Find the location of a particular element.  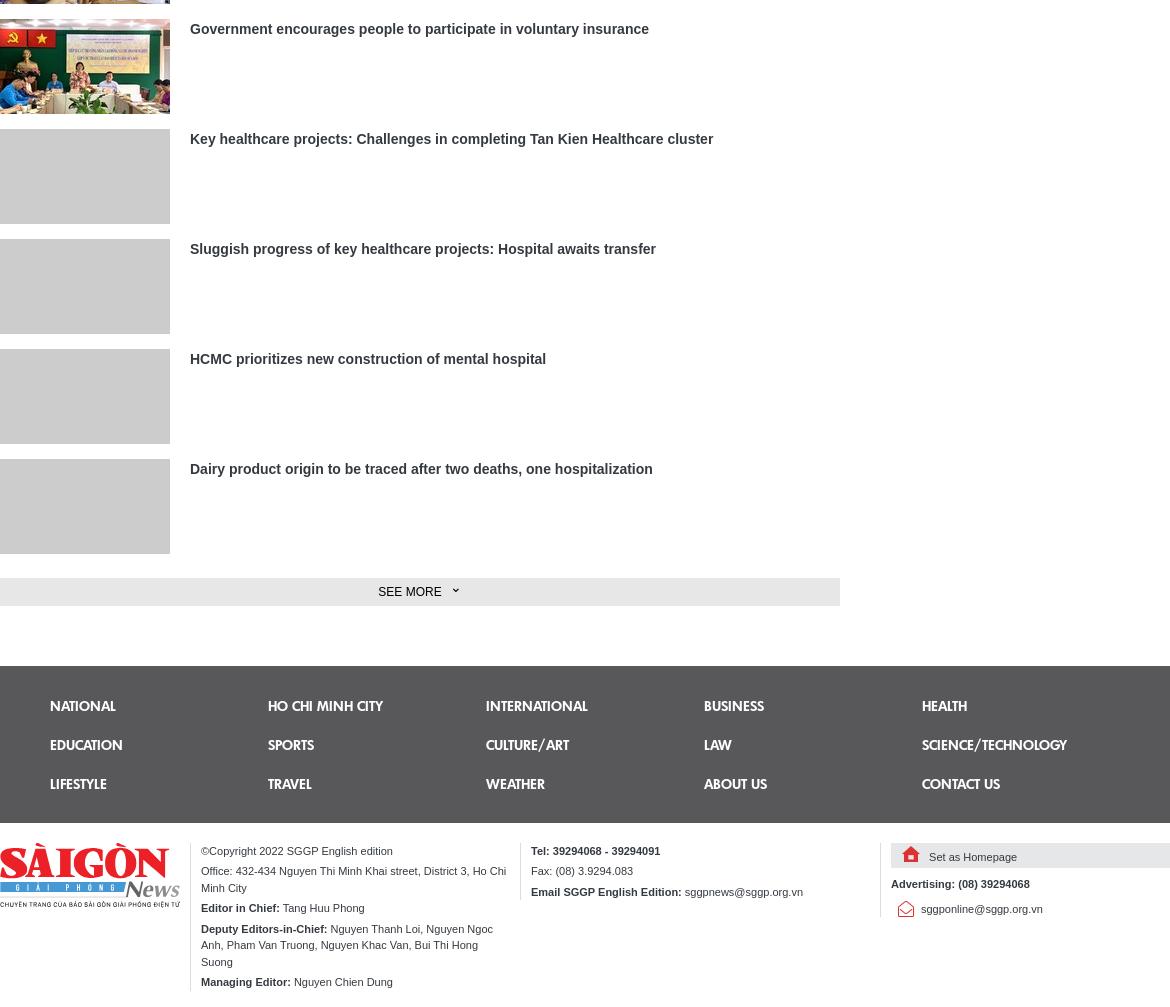

'Editor in Chief:' is located at coordinates (239, 907).